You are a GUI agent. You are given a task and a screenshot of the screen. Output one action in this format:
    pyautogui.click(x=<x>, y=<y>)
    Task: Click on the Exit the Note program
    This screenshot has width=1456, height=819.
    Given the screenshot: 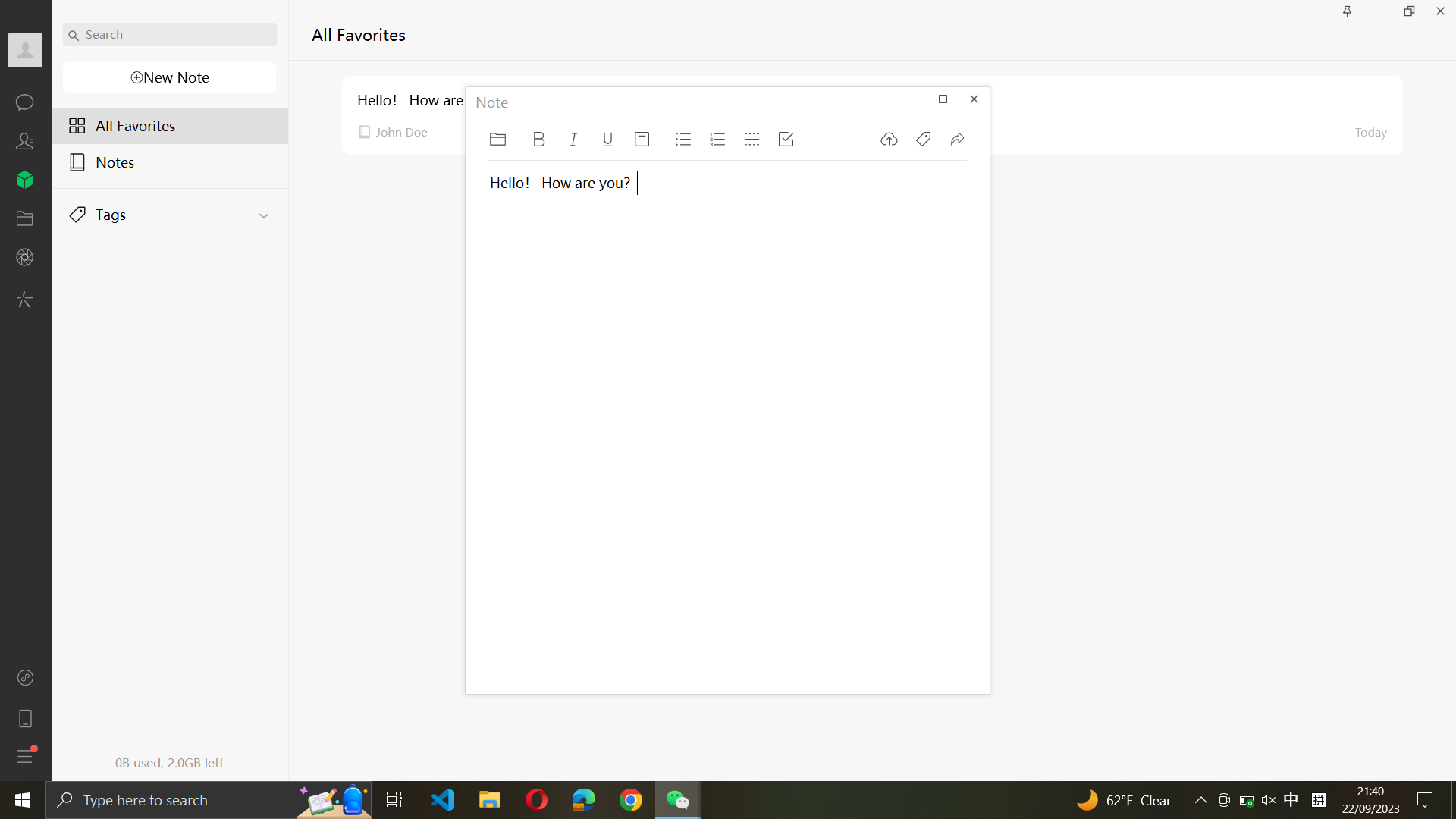 What is the action you would take?
    pyautogui.click(x=974, y=99)
    